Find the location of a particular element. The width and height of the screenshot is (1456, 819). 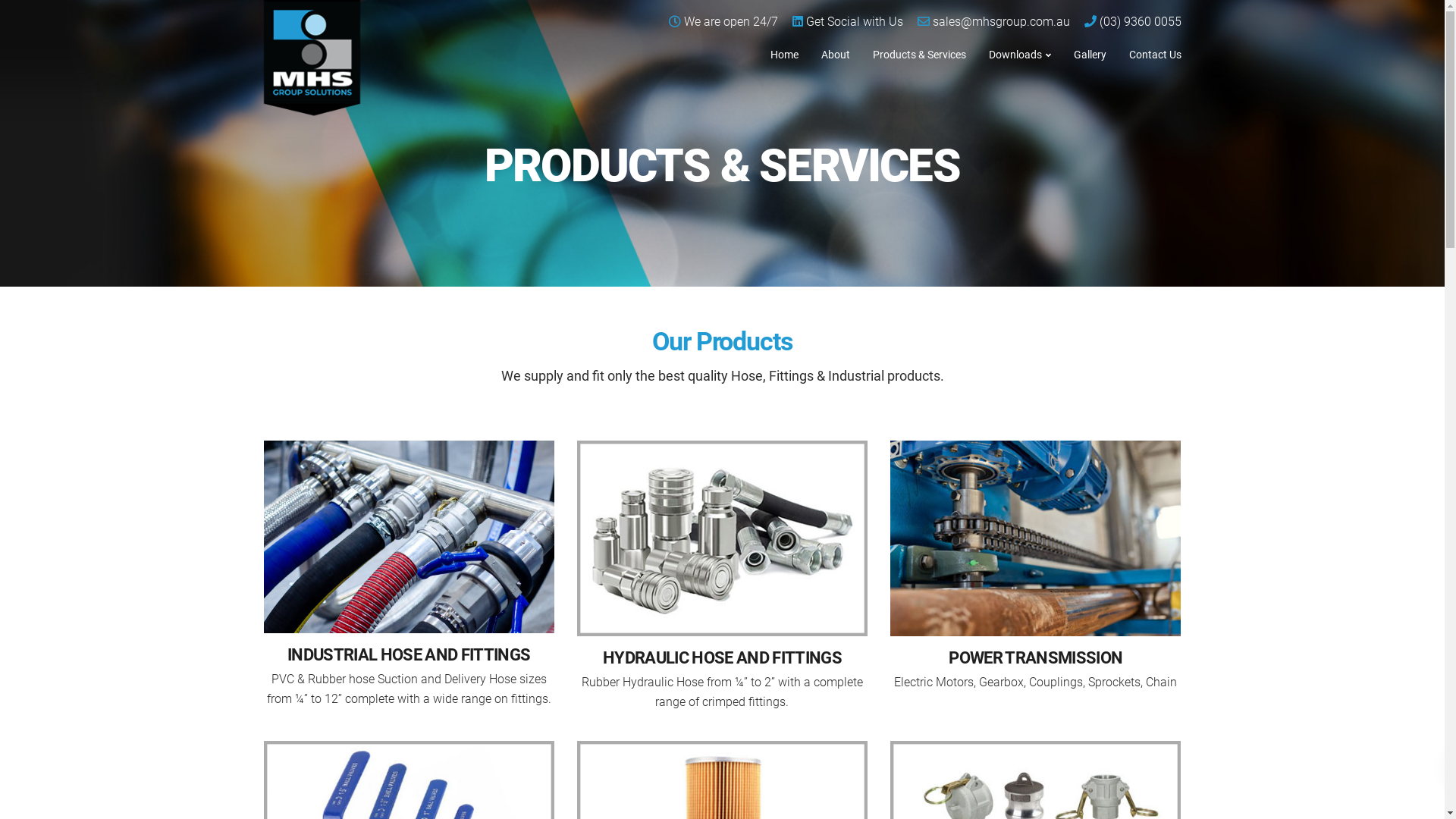

'About' is located at coordinates (835, 52).